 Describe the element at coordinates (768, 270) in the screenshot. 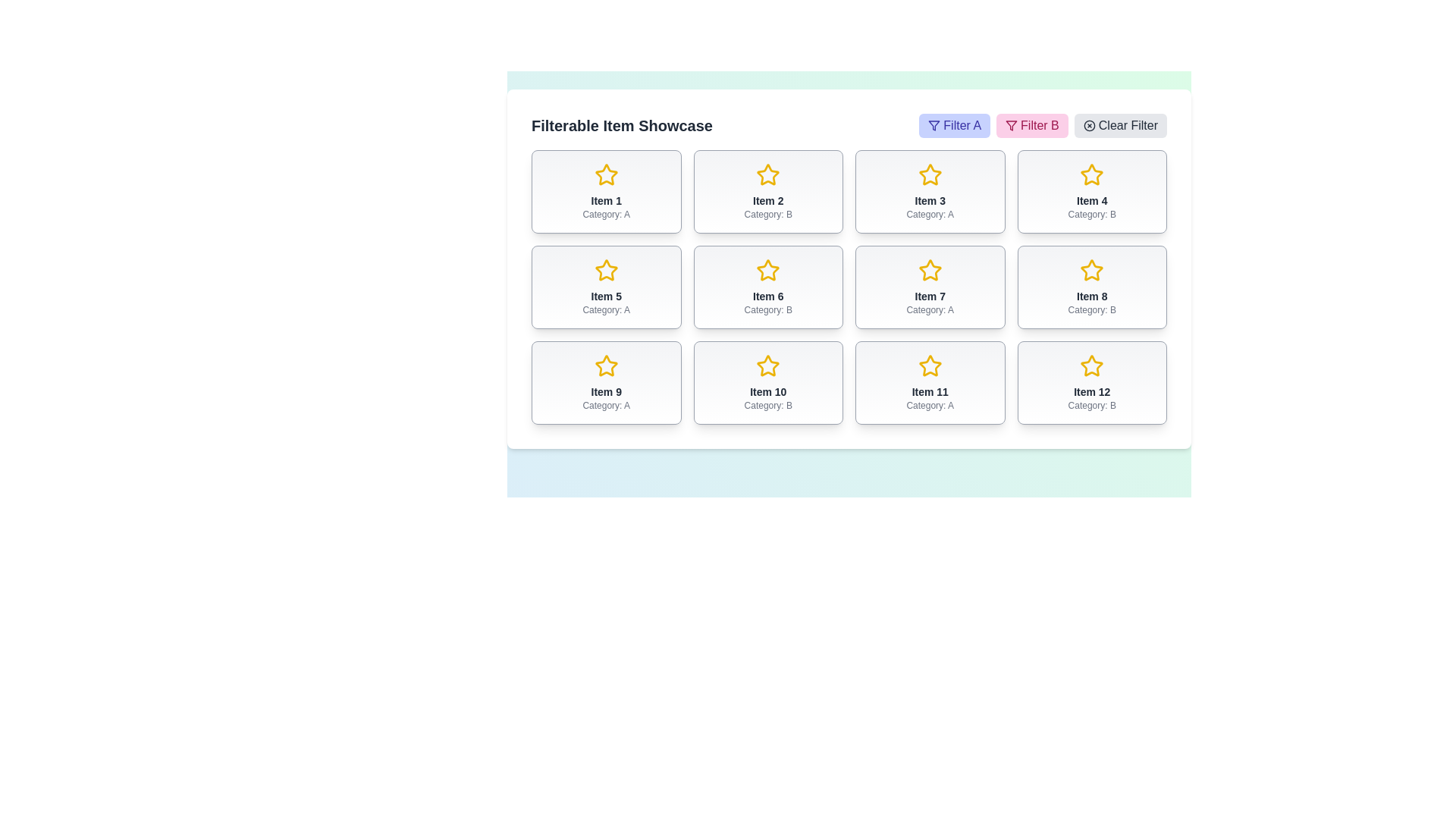

I see `the star icon used for rating or marking preference located in 'Item 6' card, positioned in the second row and second column of the grid layout` at that location.